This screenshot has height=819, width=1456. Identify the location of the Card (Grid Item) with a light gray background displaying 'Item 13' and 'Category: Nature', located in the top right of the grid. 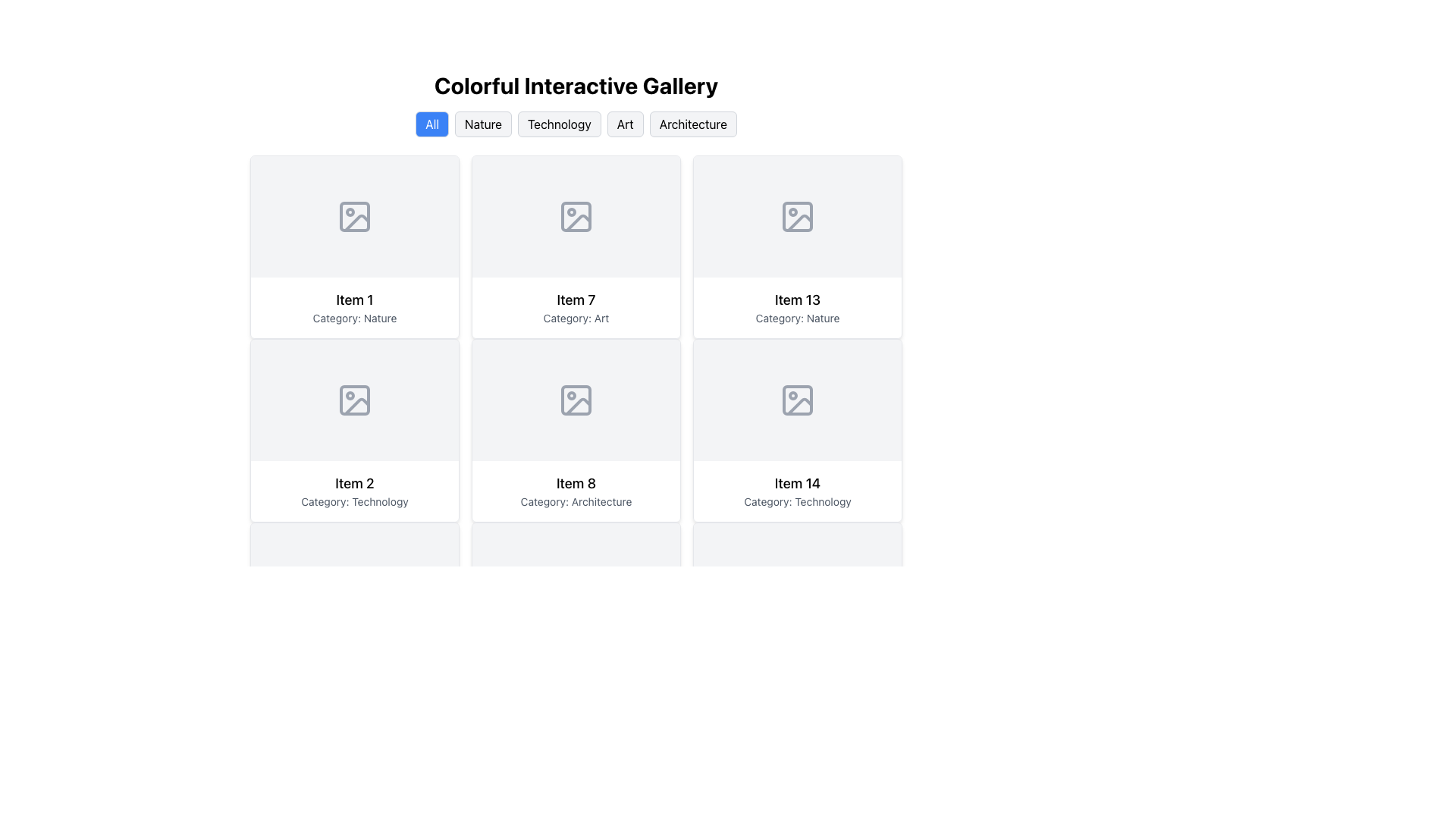
(796, 246).